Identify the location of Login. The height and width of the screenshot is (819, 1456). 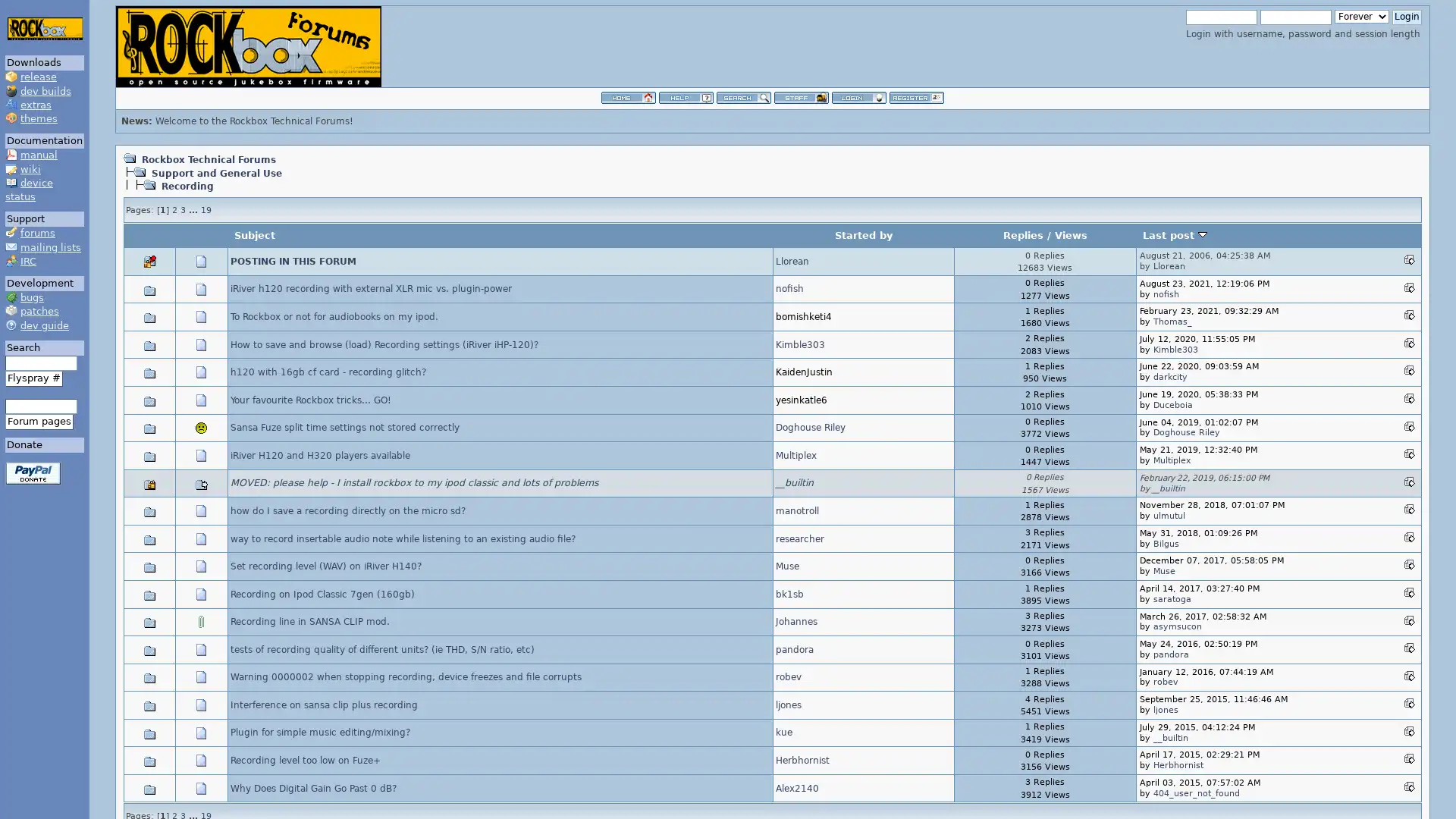
(1406, 17).